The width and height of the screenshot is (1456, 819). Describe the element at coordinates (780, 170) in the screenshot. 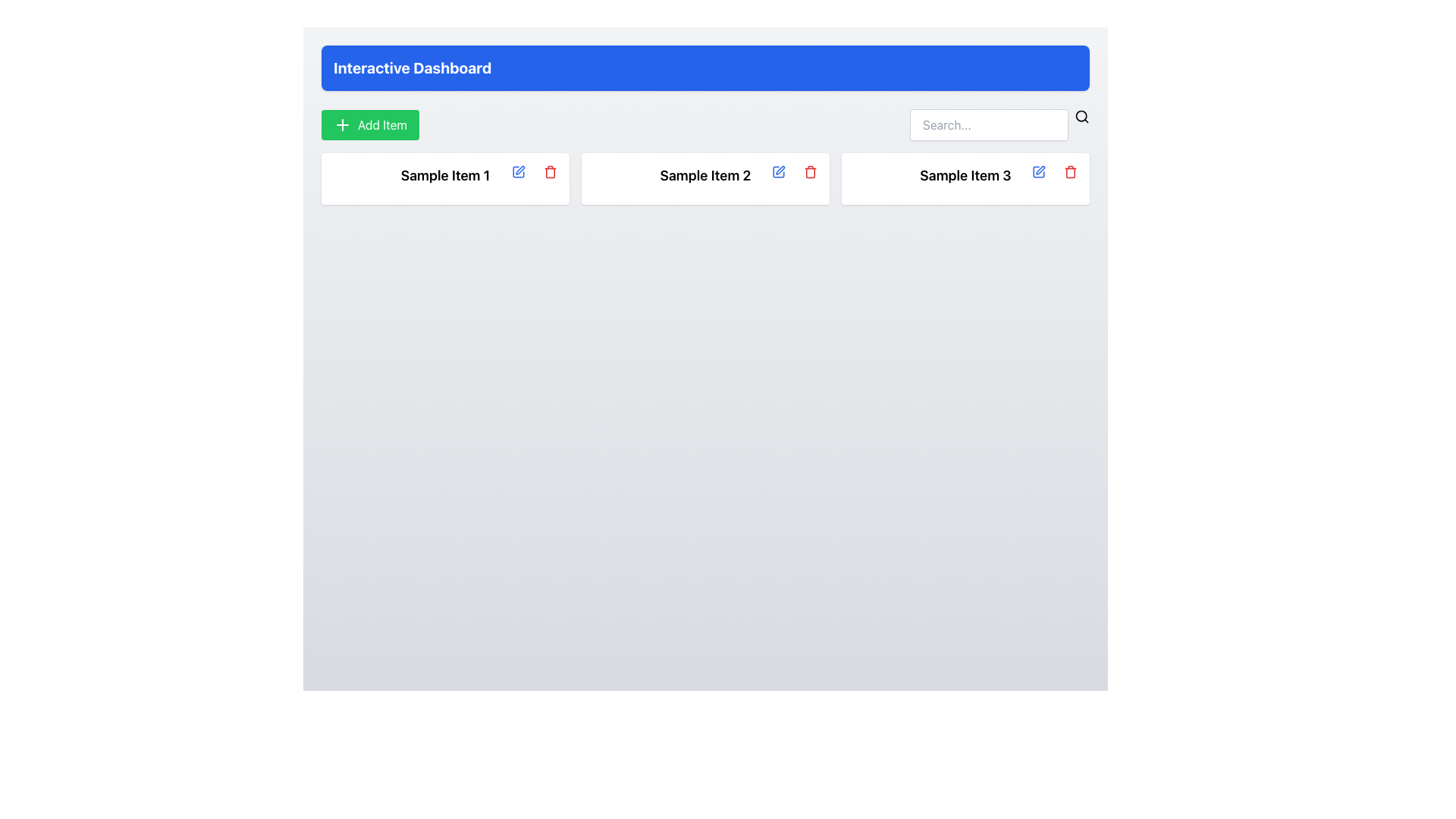

I see `the pen icon button located in the top-right corner of the card labeled 'Sample Item 2', which is the second icon among the action links` at that location.